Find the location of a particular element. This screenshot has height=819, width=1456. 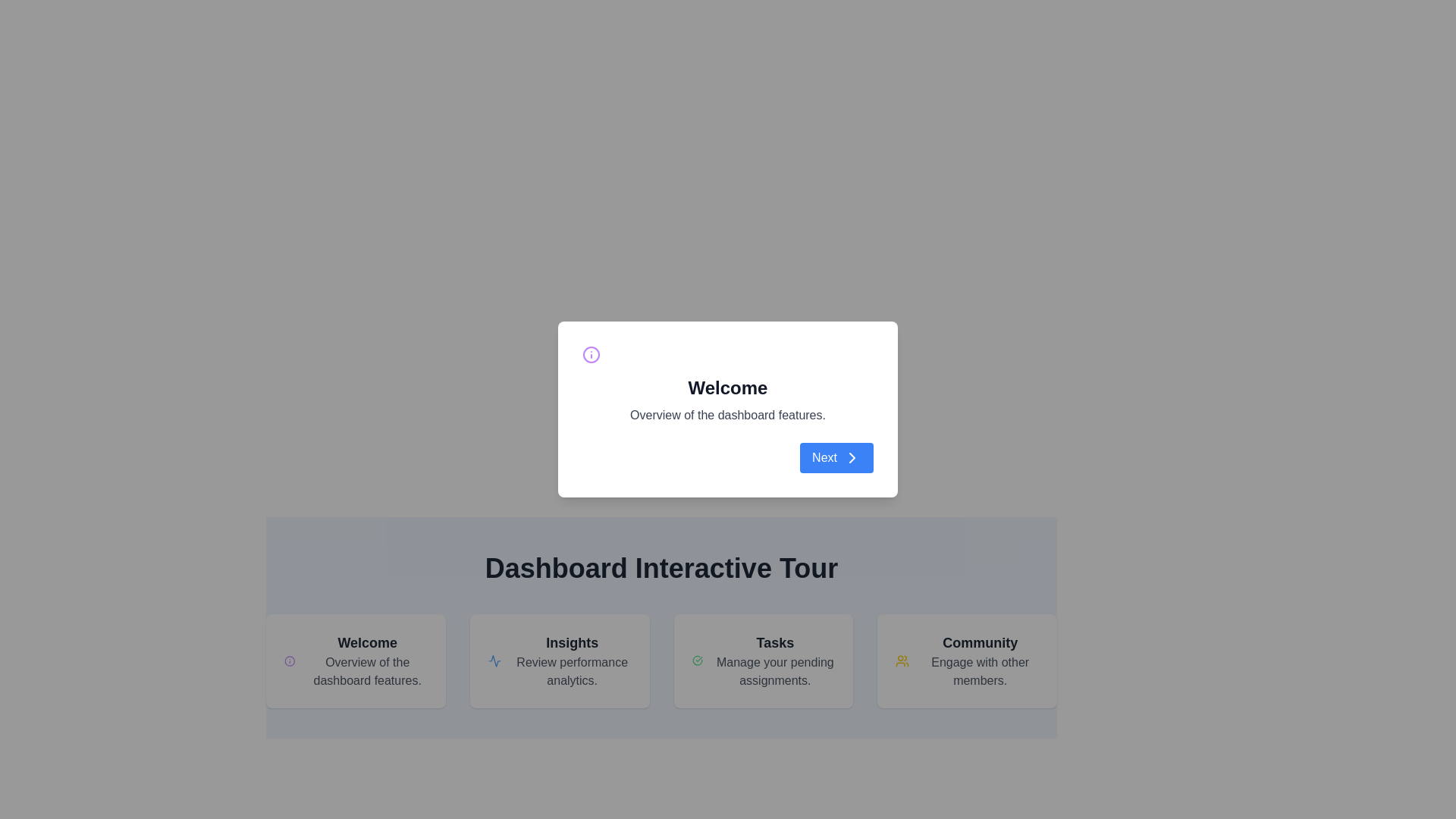

the descriptive label providing context for the 'Insights' section, which is located directly beneath the 'Insights' heading is located at coordinates (571, 671).